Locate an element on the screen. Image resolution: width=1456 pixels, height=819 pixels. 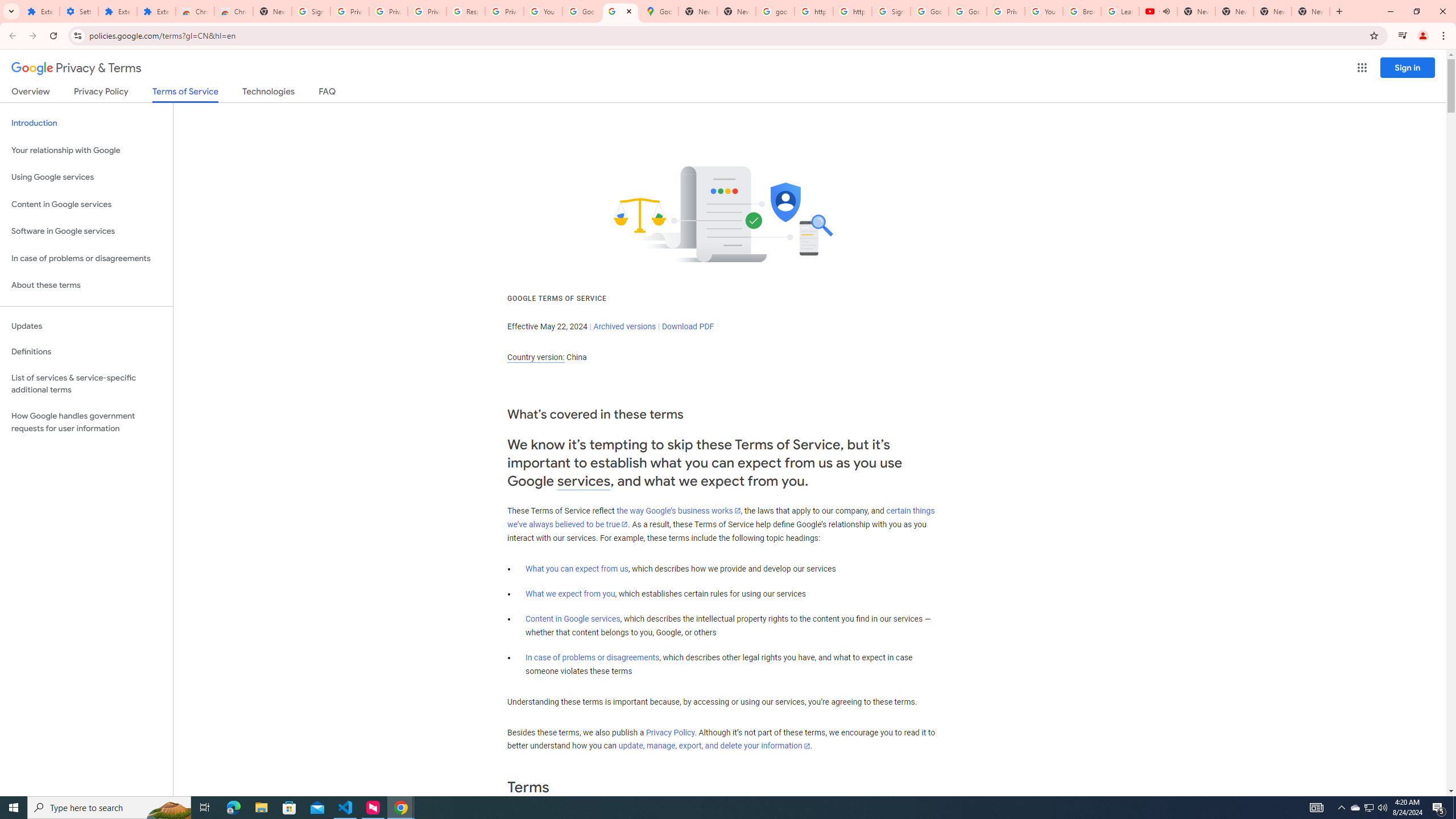
'services' is located at coordinates (584, 481).